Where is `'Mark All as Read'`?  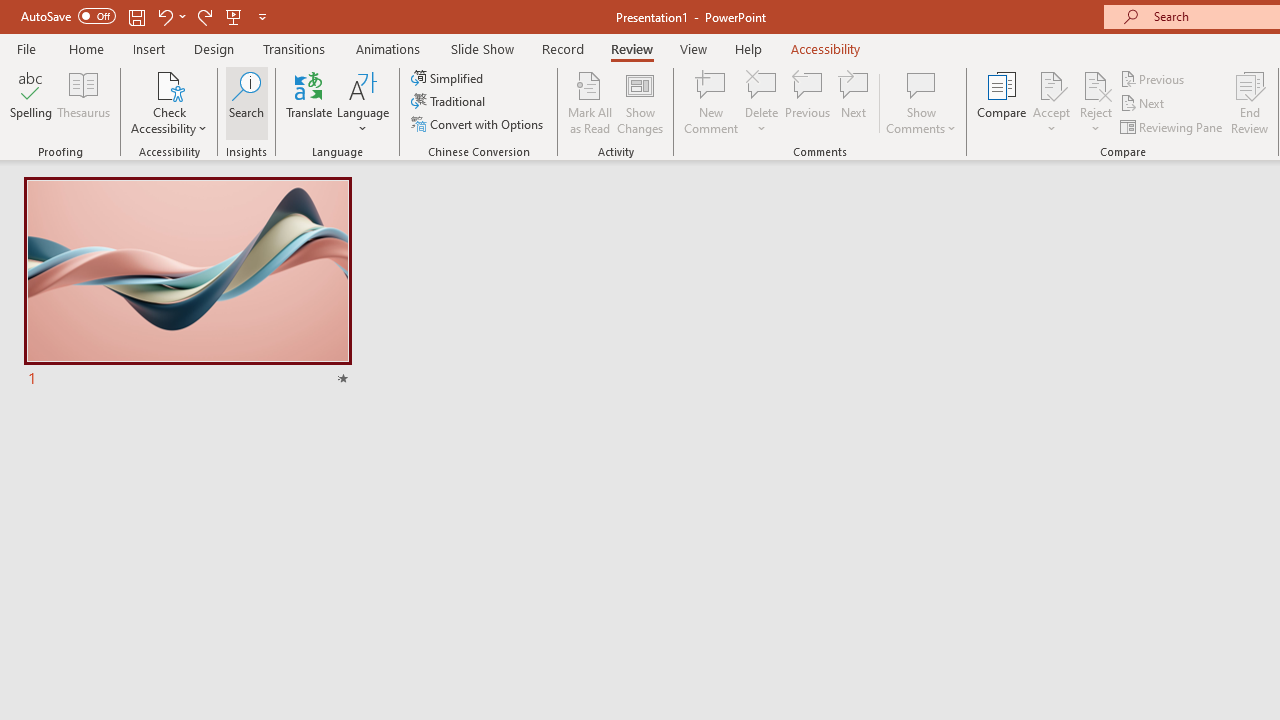 'Mark All as Read' is located at coordinates (589, 103).